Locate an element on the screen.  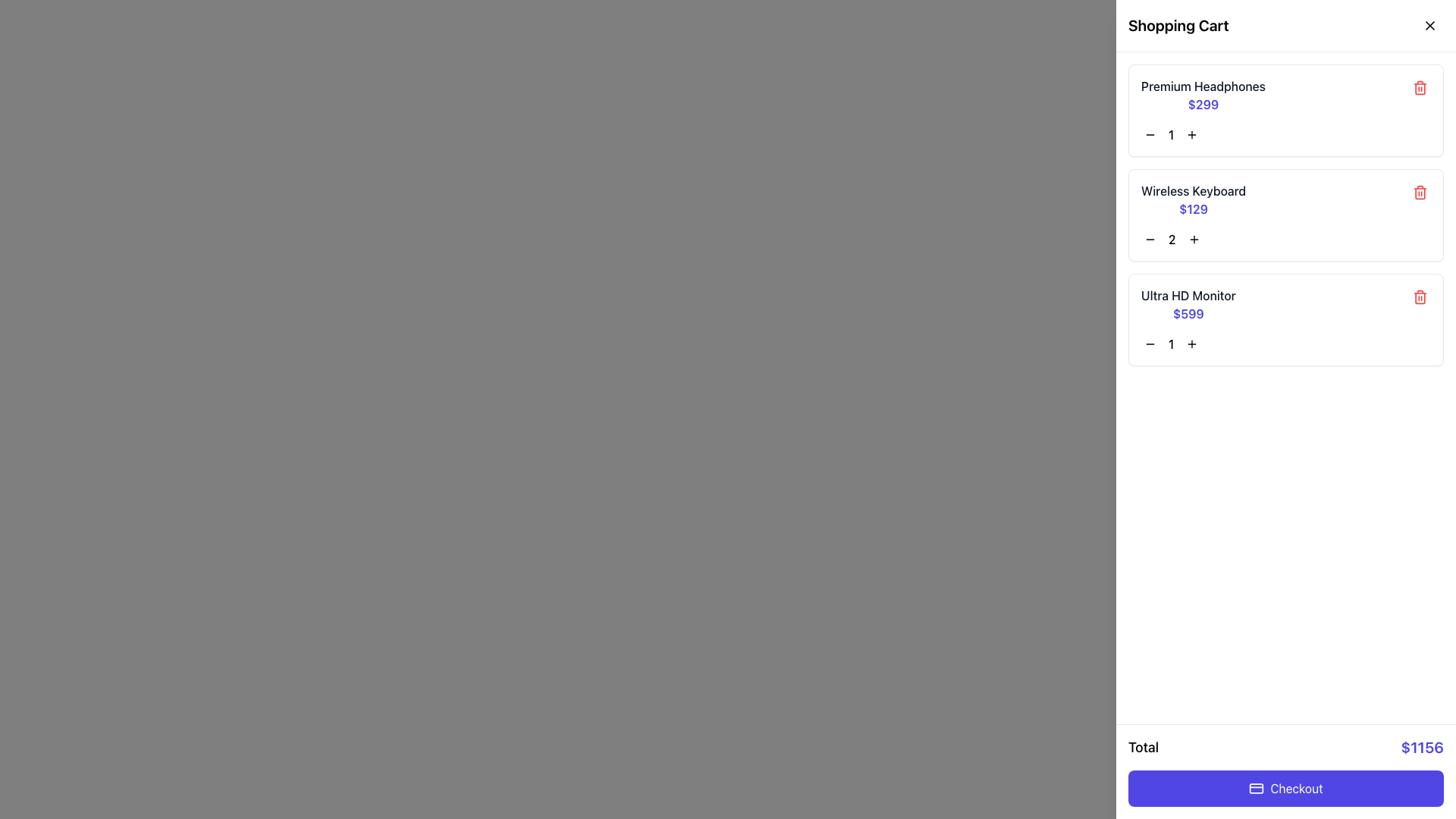
product price of the Shopping cart list item titled 'Wireless Keyboard', which is displayed as '$129' in bold indigo font is located at coordinates (1285, 199).